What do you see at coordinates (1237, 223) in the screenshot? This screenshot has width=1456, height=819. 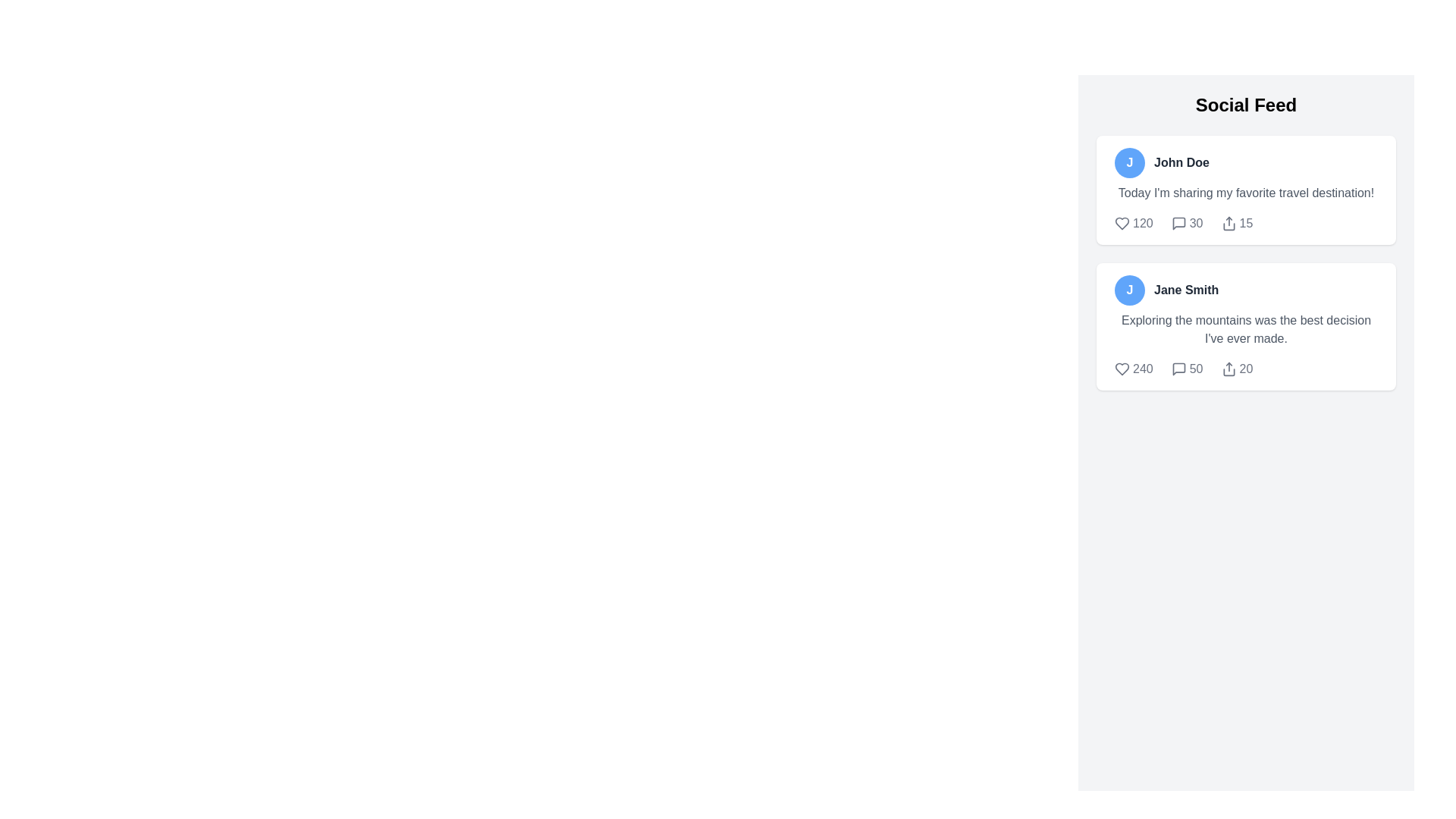 I see `the Label with the number '15' next to the share icon, located on the right within the top post card in the 'Social Feed' section` at bounding box center [1237, 223].